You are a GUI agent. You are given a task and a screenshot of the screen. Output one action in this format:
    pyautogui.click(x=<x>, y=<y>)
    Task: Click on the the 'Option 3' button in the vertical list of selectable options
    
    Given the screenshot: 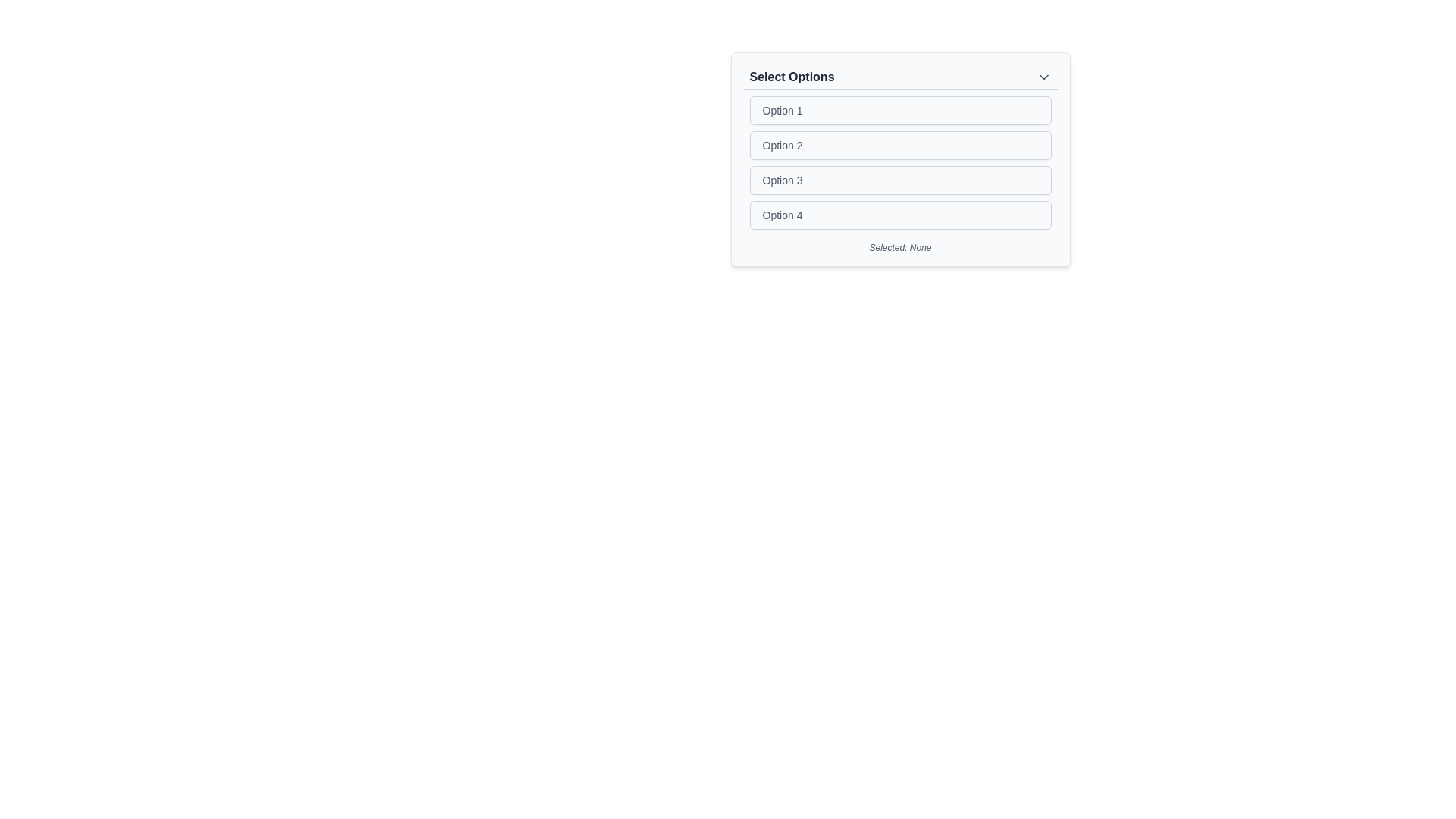 What is the action you would take?
    pyautogui.click(x=900, y=180)
    